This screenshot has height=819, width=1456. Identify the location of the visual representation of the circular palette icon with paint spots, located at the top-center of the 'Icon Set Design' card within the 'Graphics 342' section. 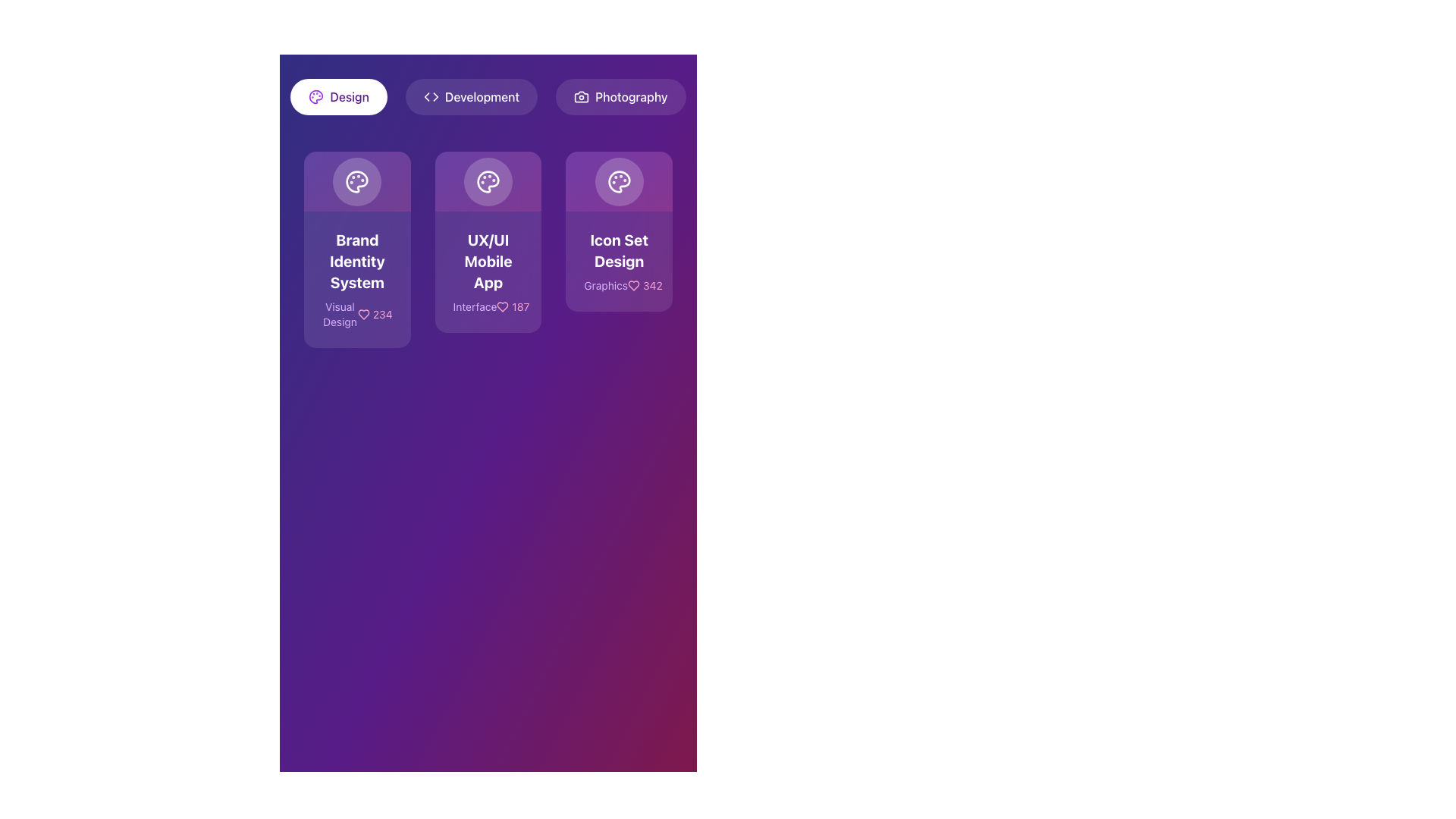
(619, 180).